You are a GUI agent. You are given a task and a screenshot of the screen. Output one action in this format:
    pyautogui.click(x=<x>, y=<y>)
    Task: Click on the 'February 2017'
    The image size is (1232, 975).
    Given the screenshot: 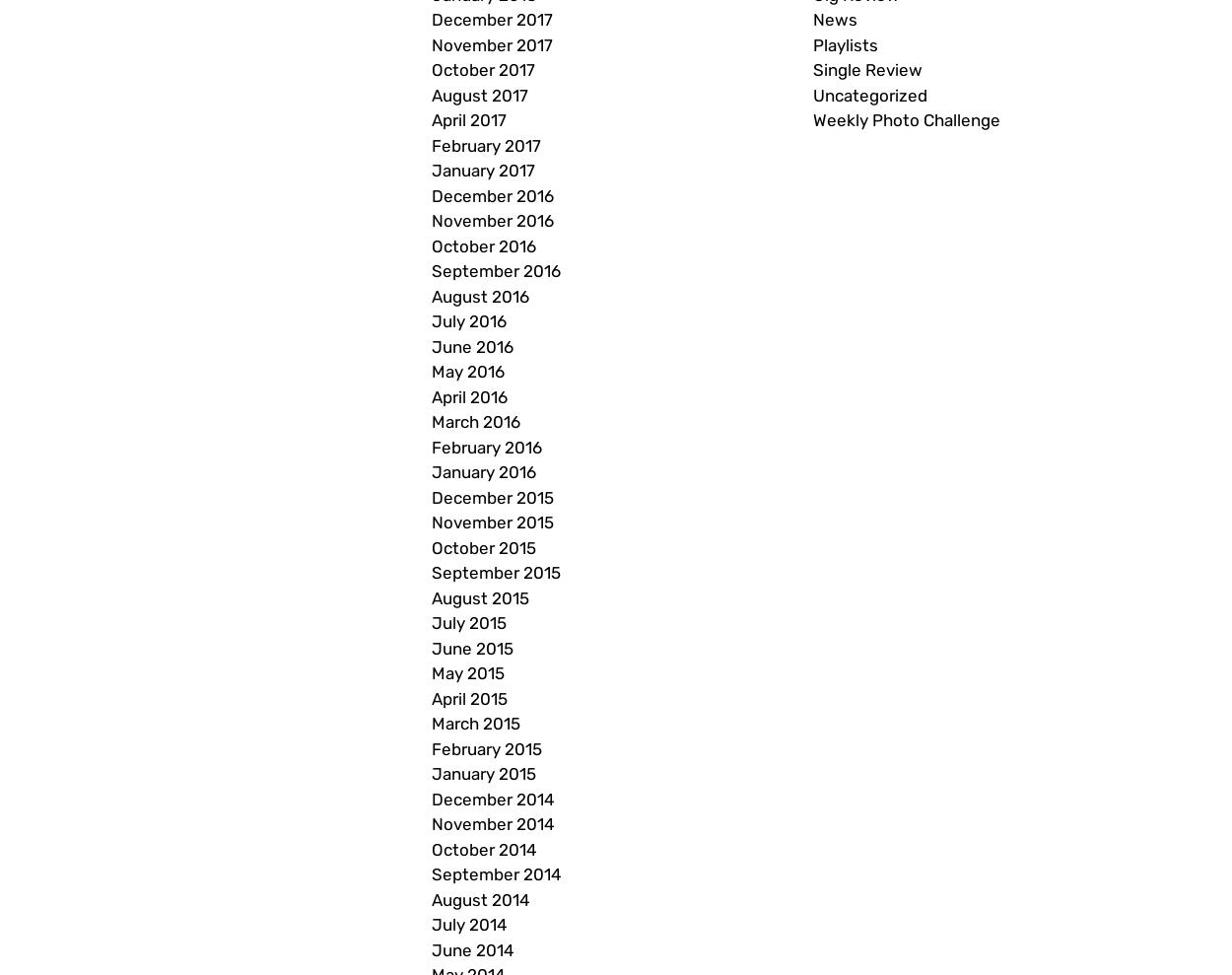 What is the action you would take?
    pyautogui.click(x=484, y=143)
    